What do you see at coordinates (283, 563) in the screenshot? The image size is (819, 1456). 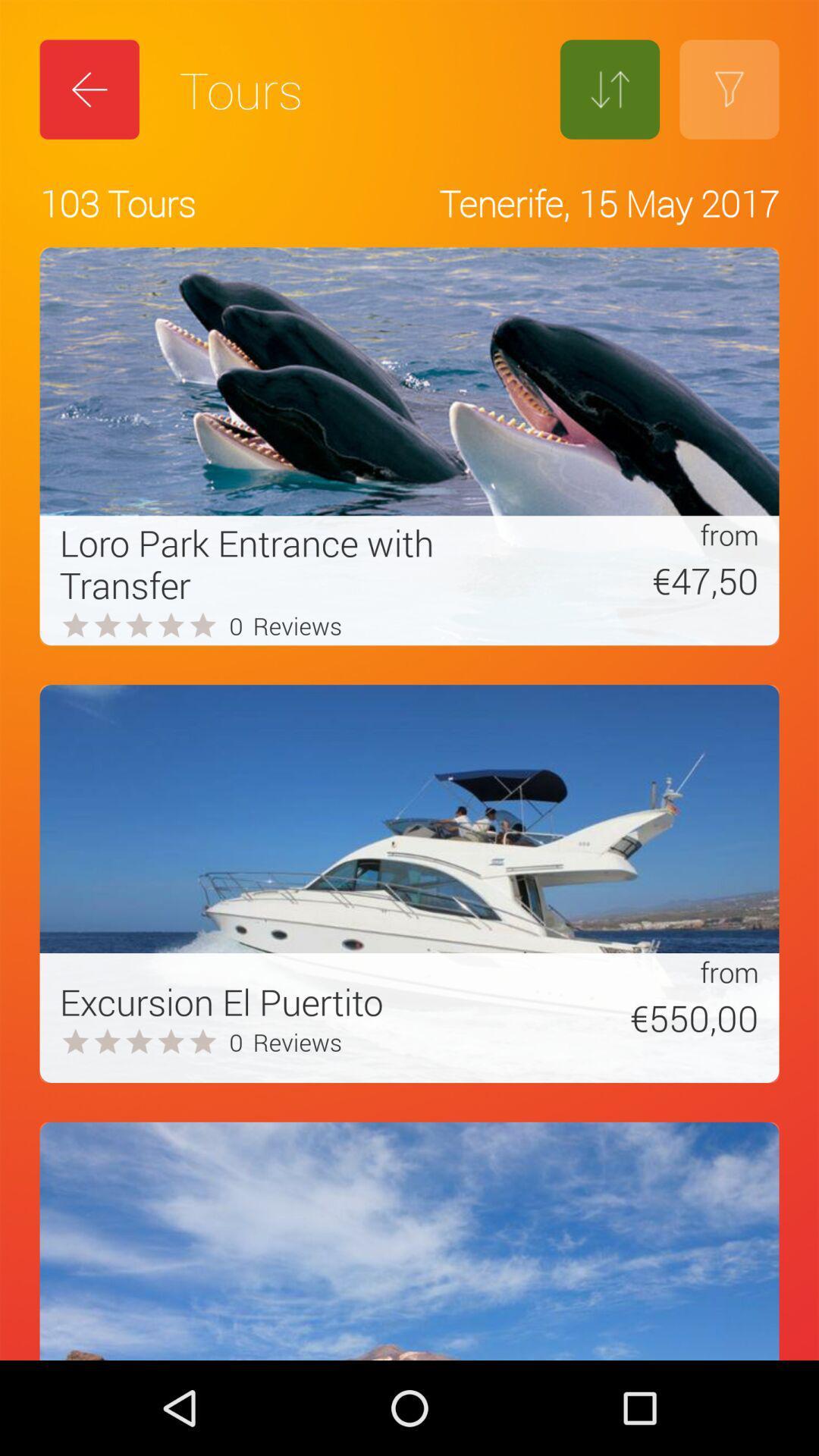 I see `item below the 103 tours icon` at bounding box center [283, 563].